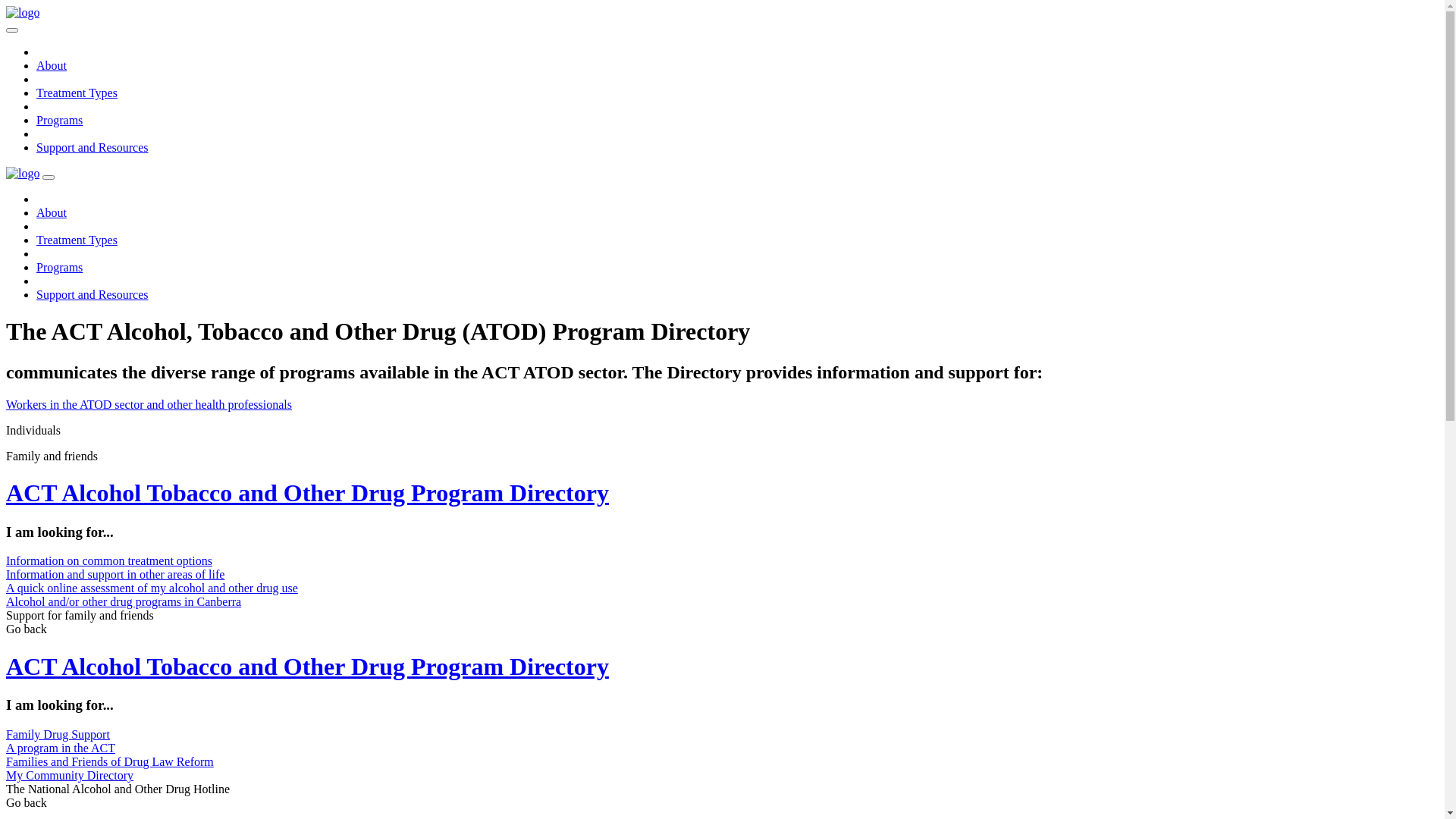 Image resolution: width=1456 pixels, height=819 pixels. I want to click on 'Support and Resources', so click(91, 294).